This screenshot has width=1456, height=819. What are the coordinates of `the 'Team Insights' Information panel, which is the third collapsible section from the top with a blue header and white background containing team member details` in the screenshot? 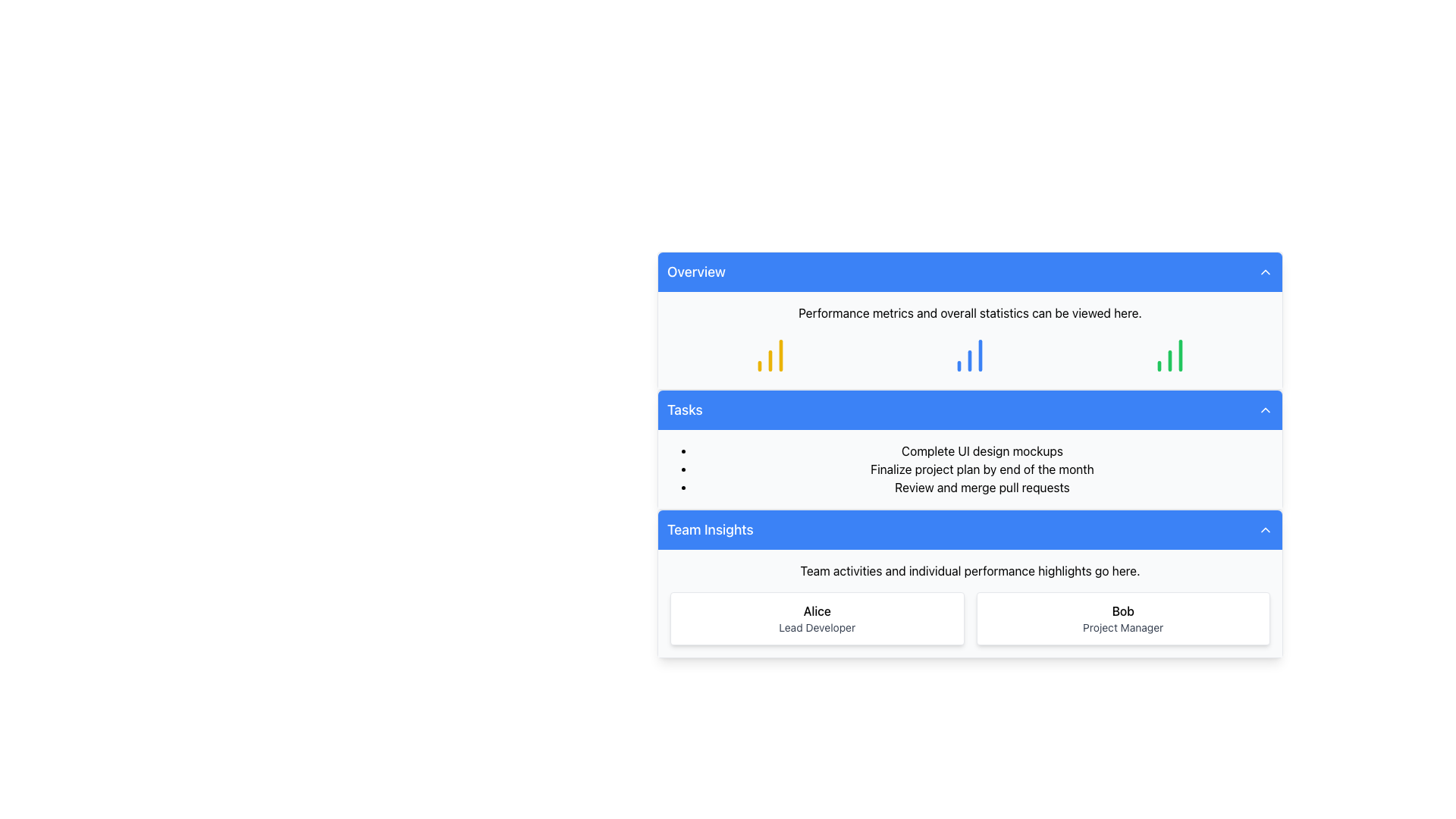 It's located at (969, 583).